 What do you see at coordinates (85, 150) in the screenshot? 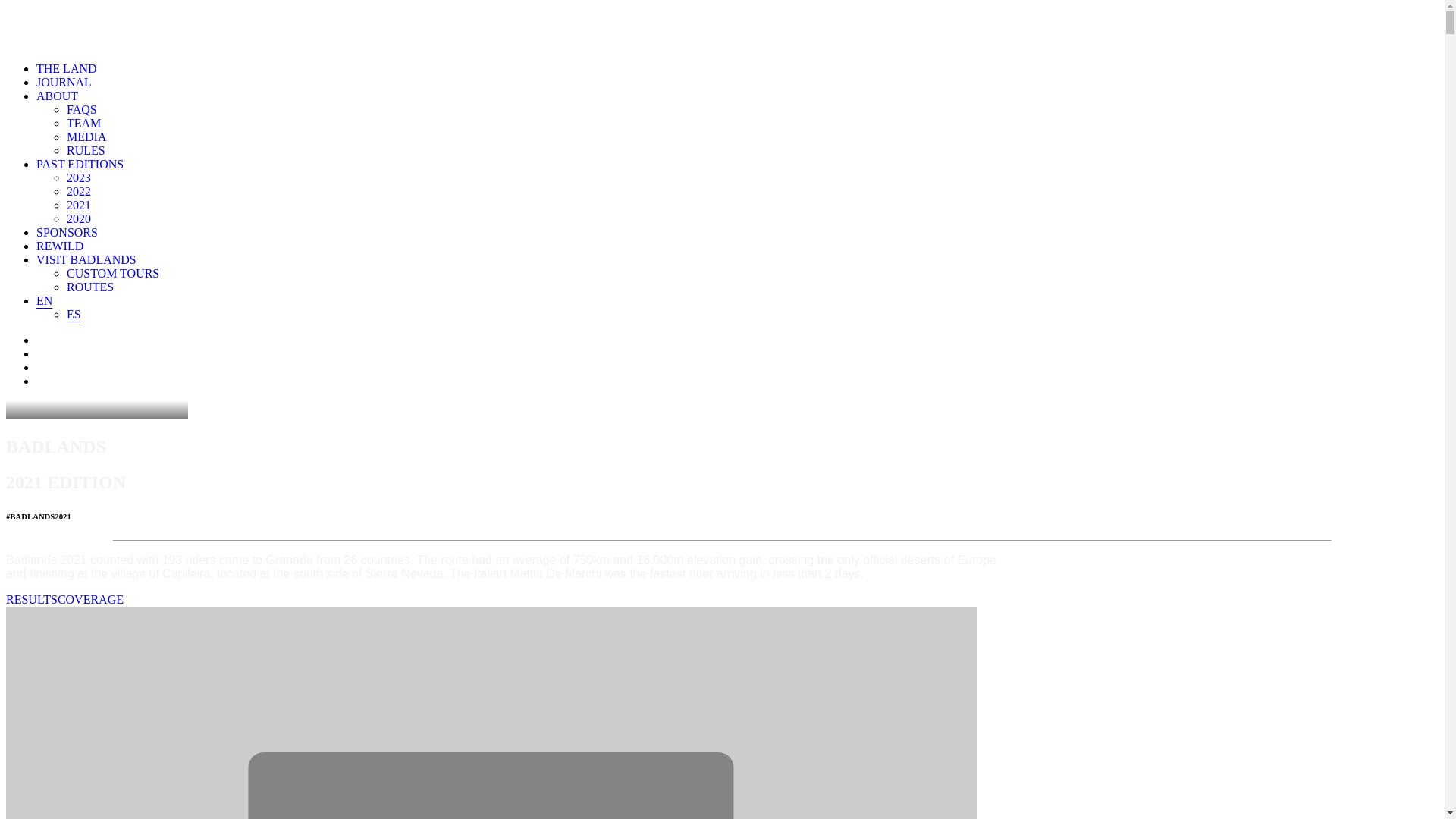
I see `'RULES'` at bounding box center [85, 150].